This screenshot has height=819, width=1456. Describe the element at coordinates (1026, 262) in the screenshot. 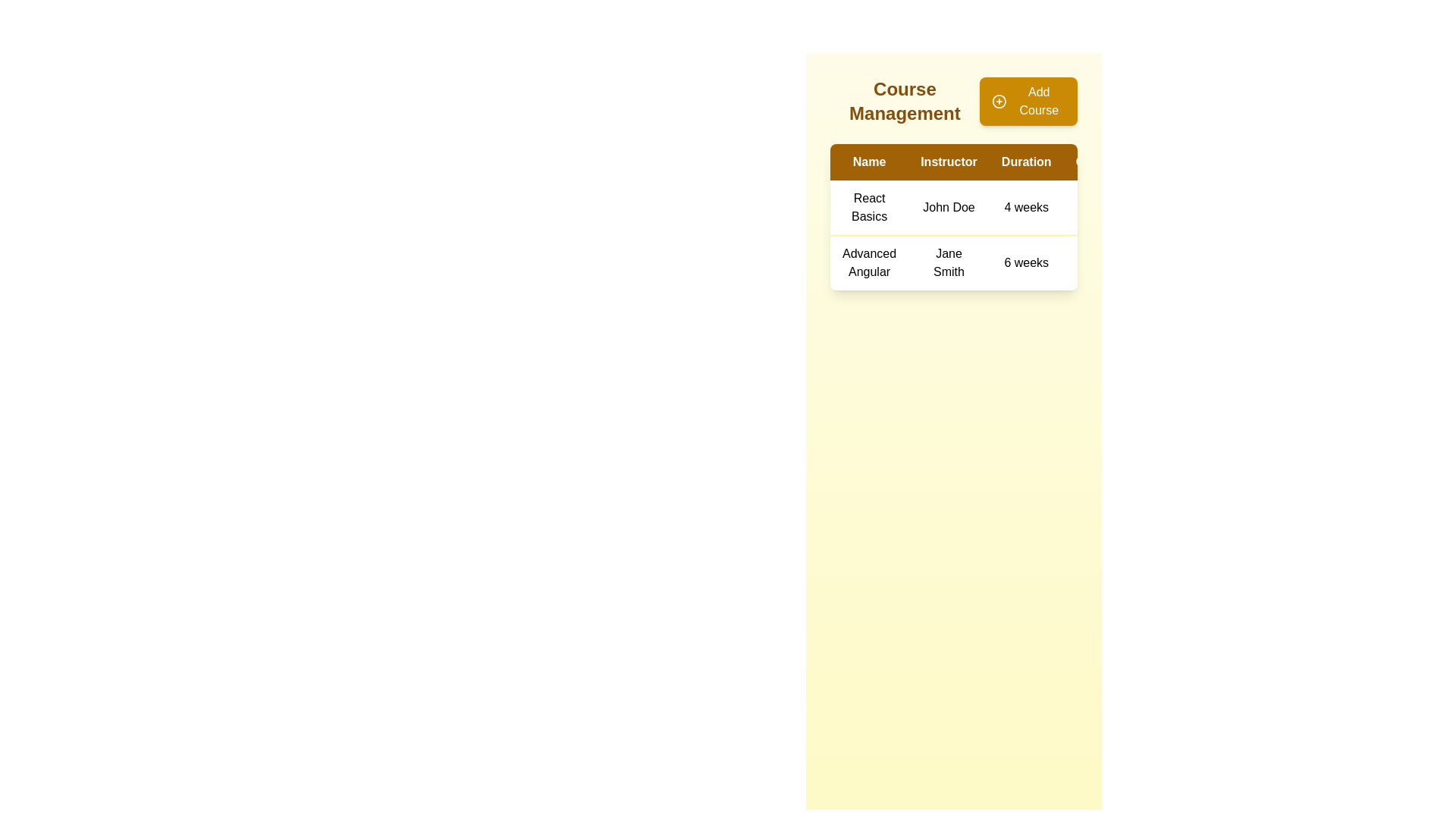

I see `text segment displaying the duration of the course, specifically '6 weeks', located in the last column of the table under the 'Advanced Angular' course entry` at that location.